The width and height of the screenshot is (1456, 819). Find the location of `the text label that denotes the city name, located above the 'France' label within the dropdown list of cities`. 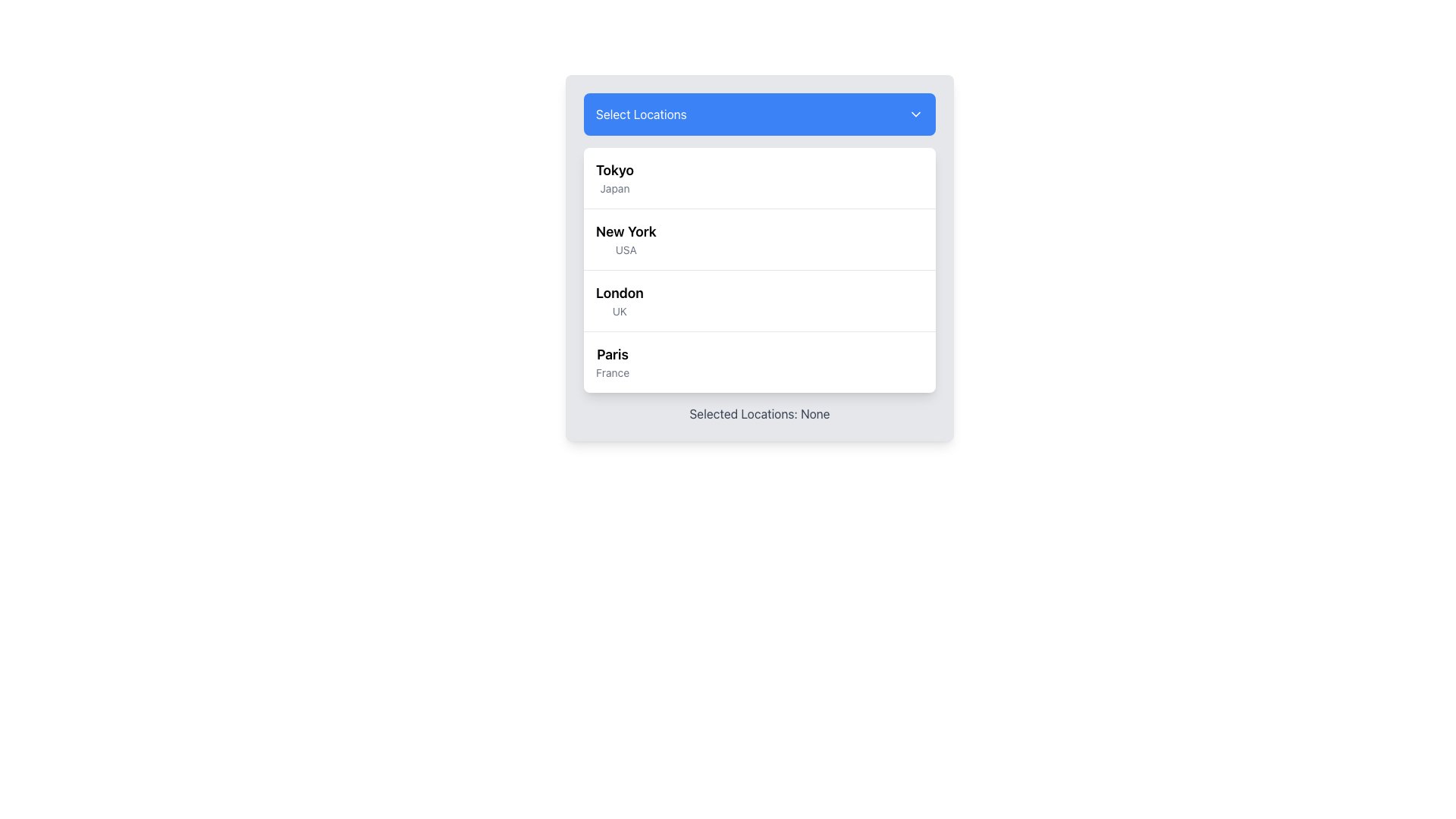

the text label that denotes the city name, located above the 'France' label within the dropdown list of cities is located at coordinates (613, 354).